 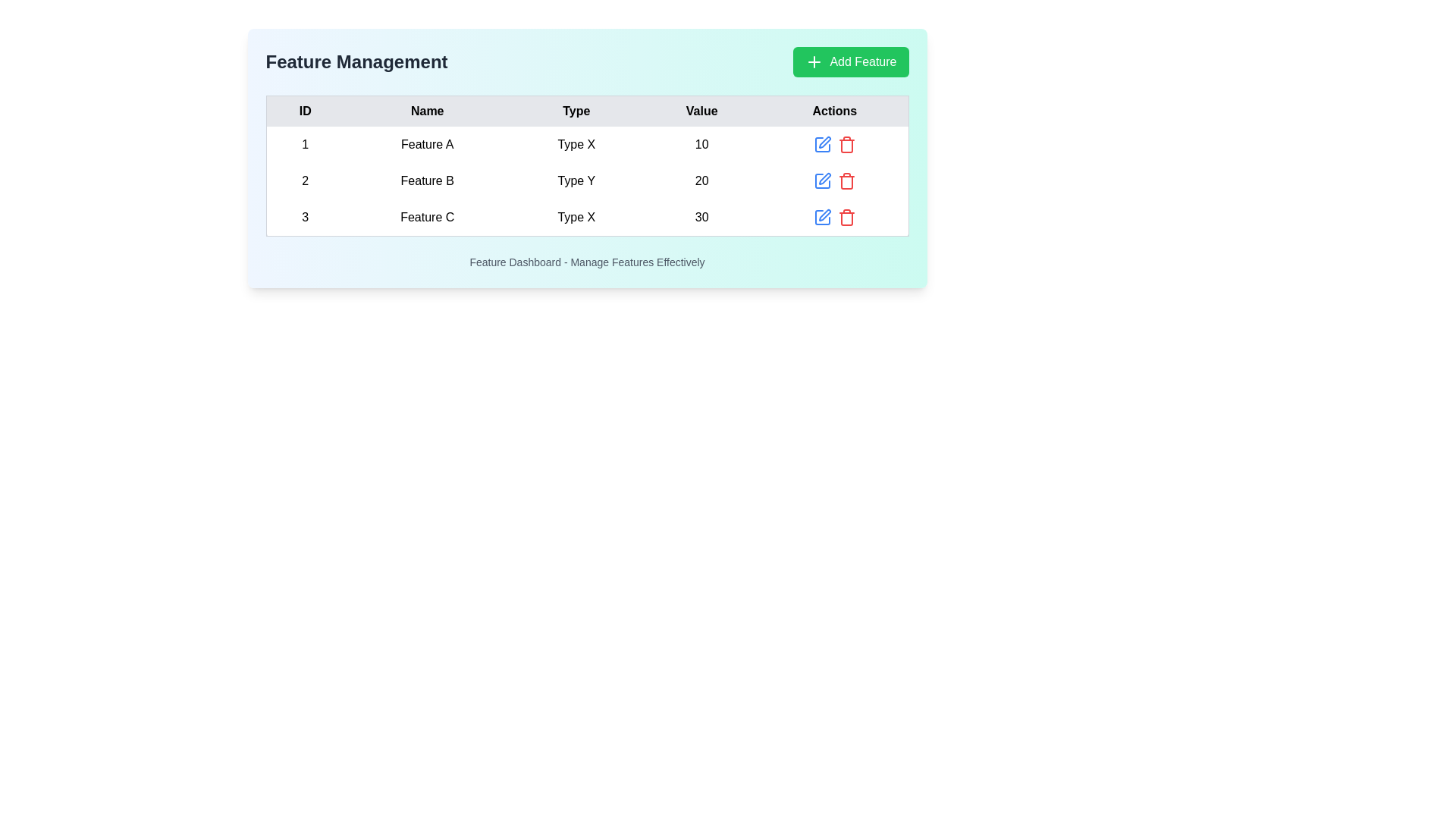 I want to click on the last column header of the table that indicates actions related to each row, located to the right of the 'Value' header, so click(x=834, y=110).